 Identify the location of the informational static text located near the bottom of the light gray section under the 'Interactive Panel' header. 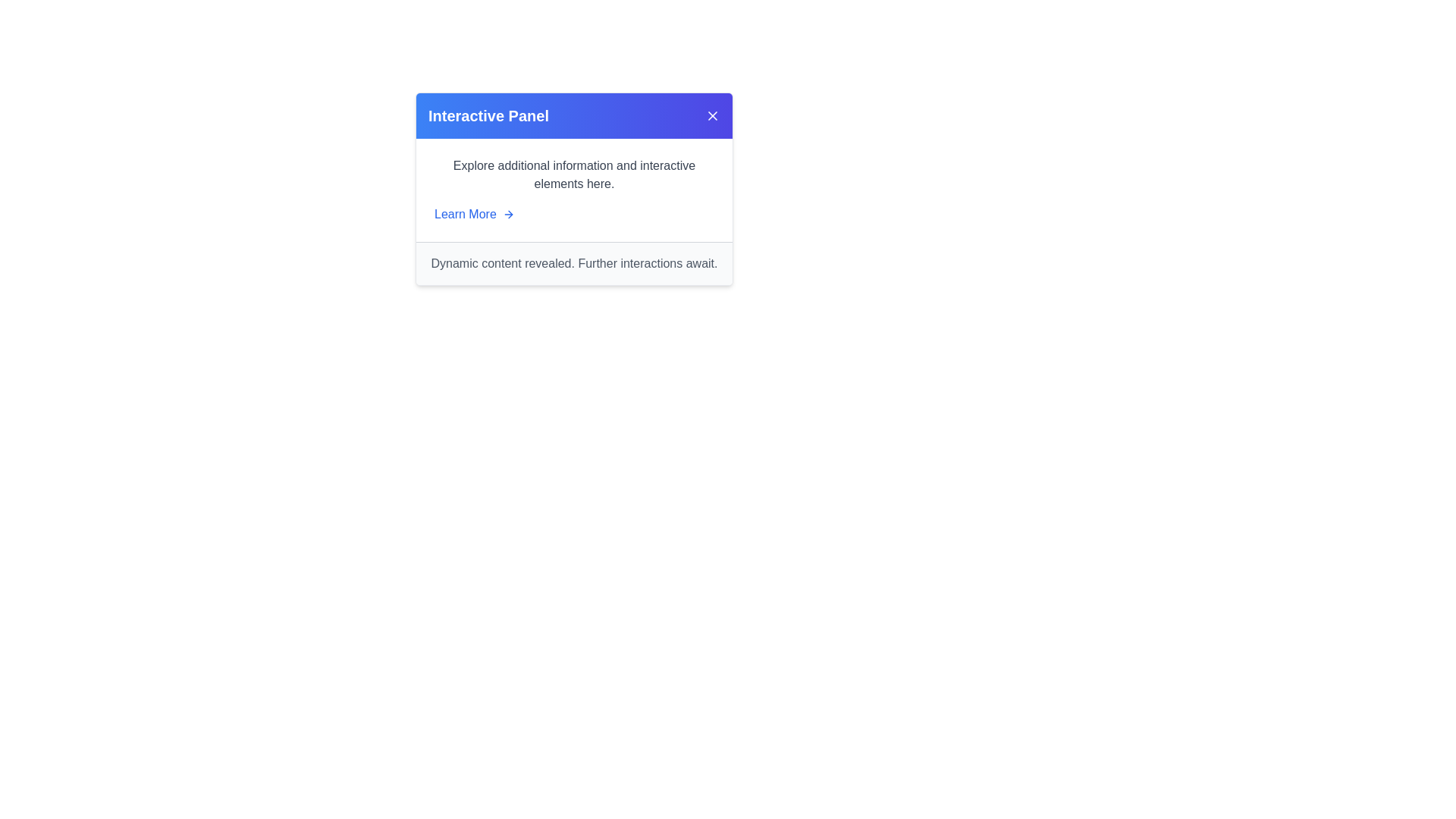
(573, 262).